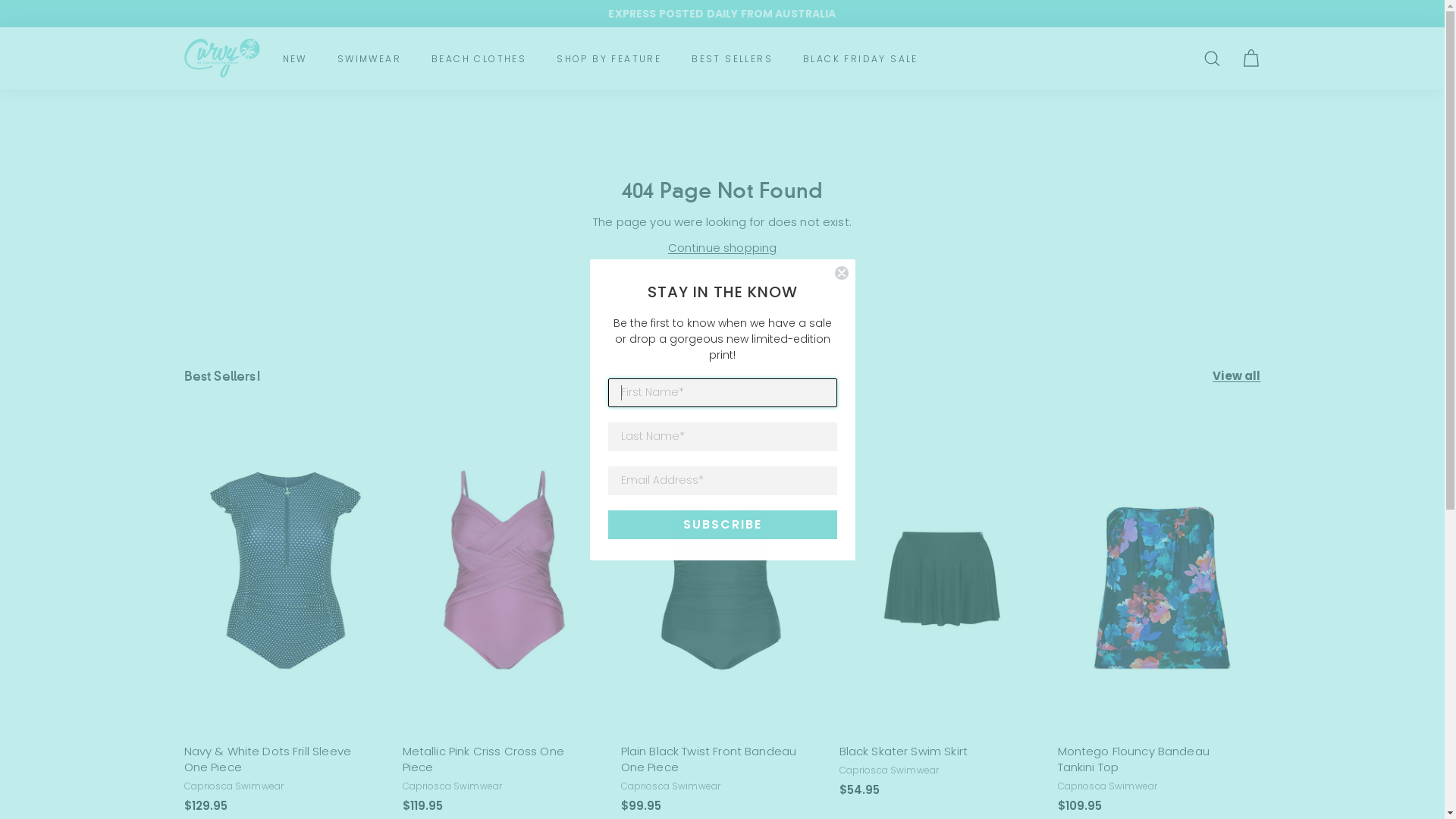  I want to click on 'NEW', so click(294, 58).